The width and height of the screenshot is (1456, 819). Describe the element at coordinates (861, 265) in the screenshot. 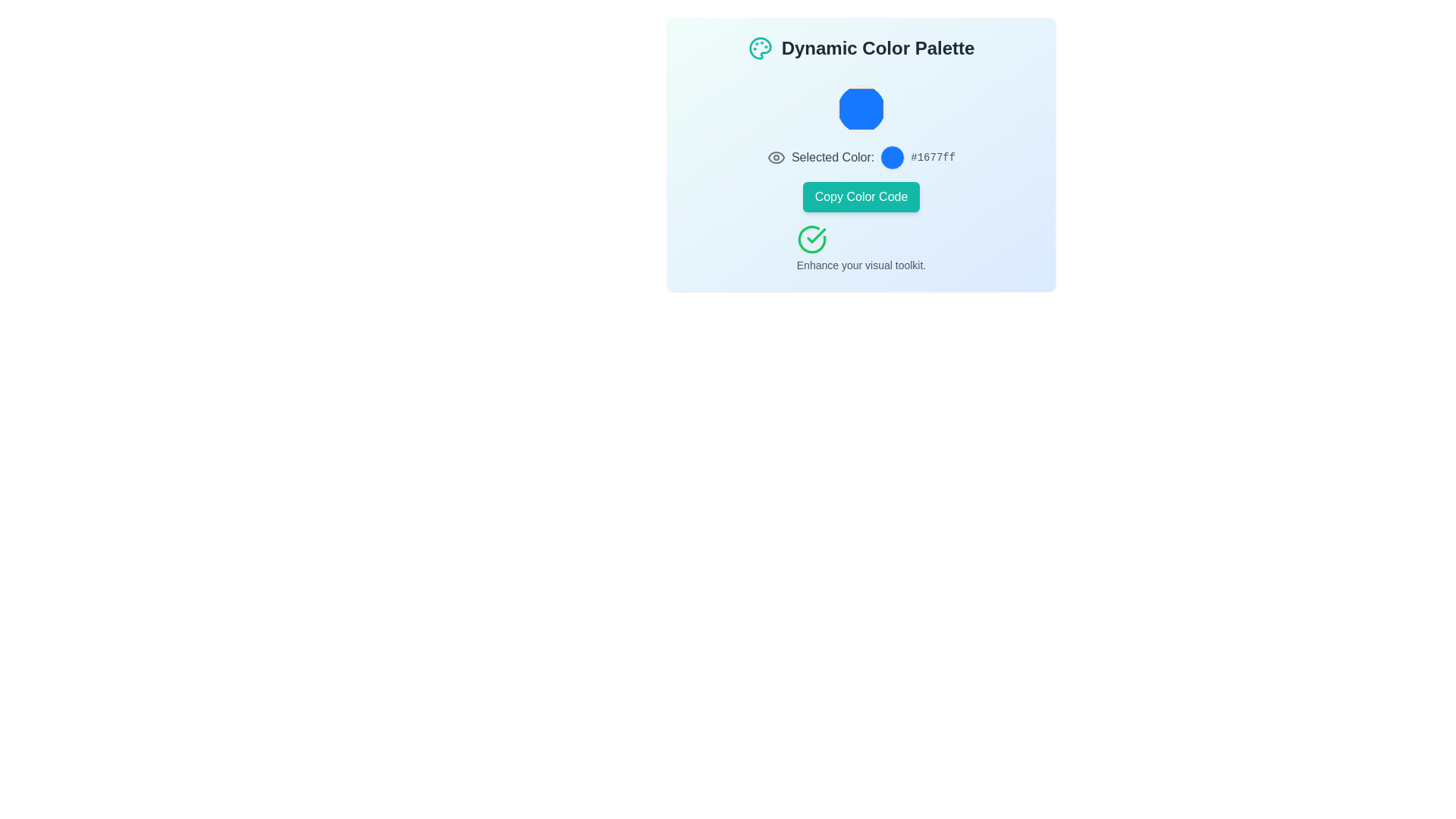

I see `the text label displaying 'Enhance your visual toolkit.' in gray font, located at the bottom of the 'Dynamic Color Palette' section` at that location.